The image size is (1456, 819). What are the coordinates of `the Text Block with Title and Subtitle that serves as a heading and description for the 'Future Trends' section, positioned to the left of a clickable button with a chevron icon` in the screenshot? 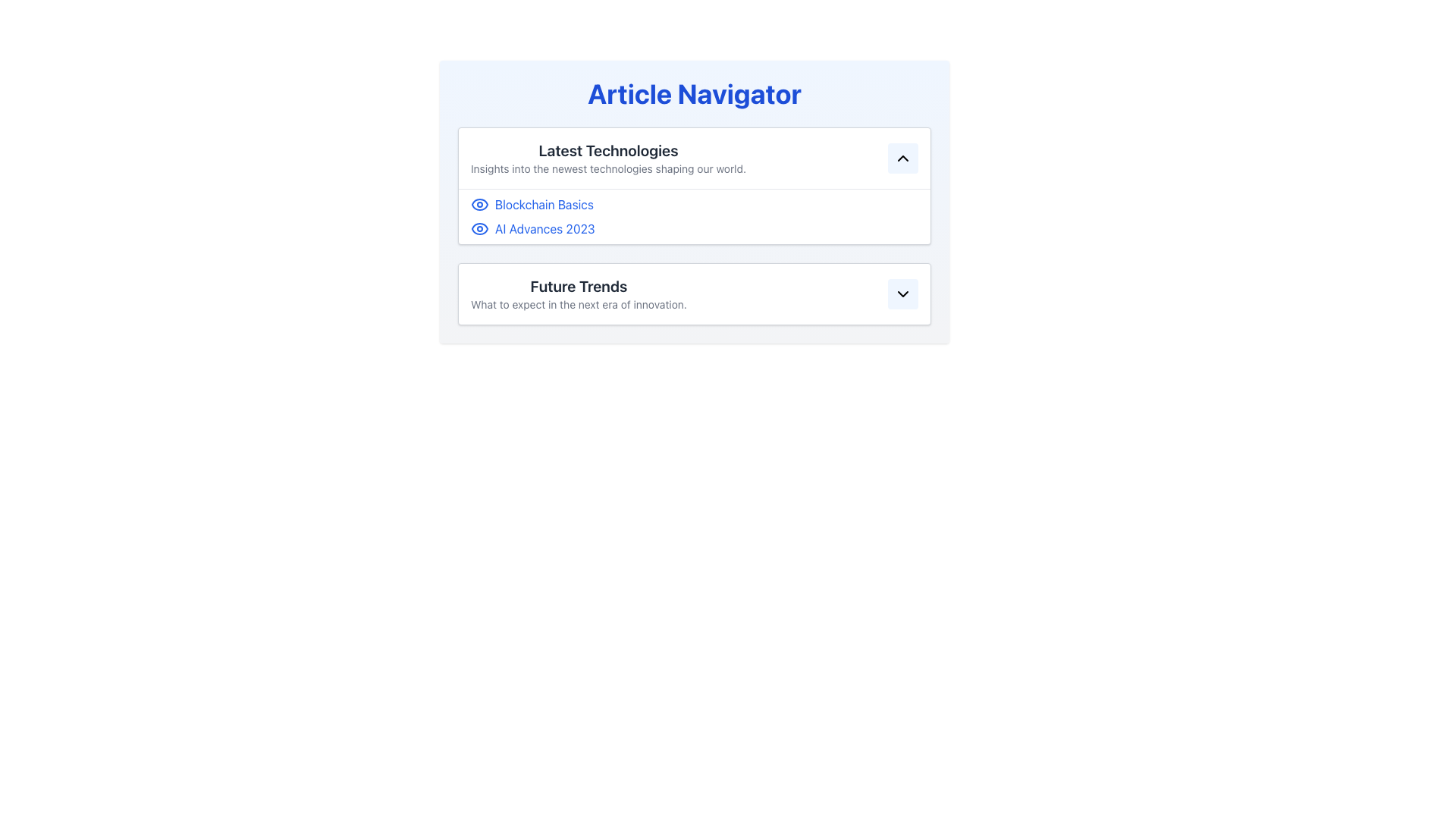 It's located at (578, 294).